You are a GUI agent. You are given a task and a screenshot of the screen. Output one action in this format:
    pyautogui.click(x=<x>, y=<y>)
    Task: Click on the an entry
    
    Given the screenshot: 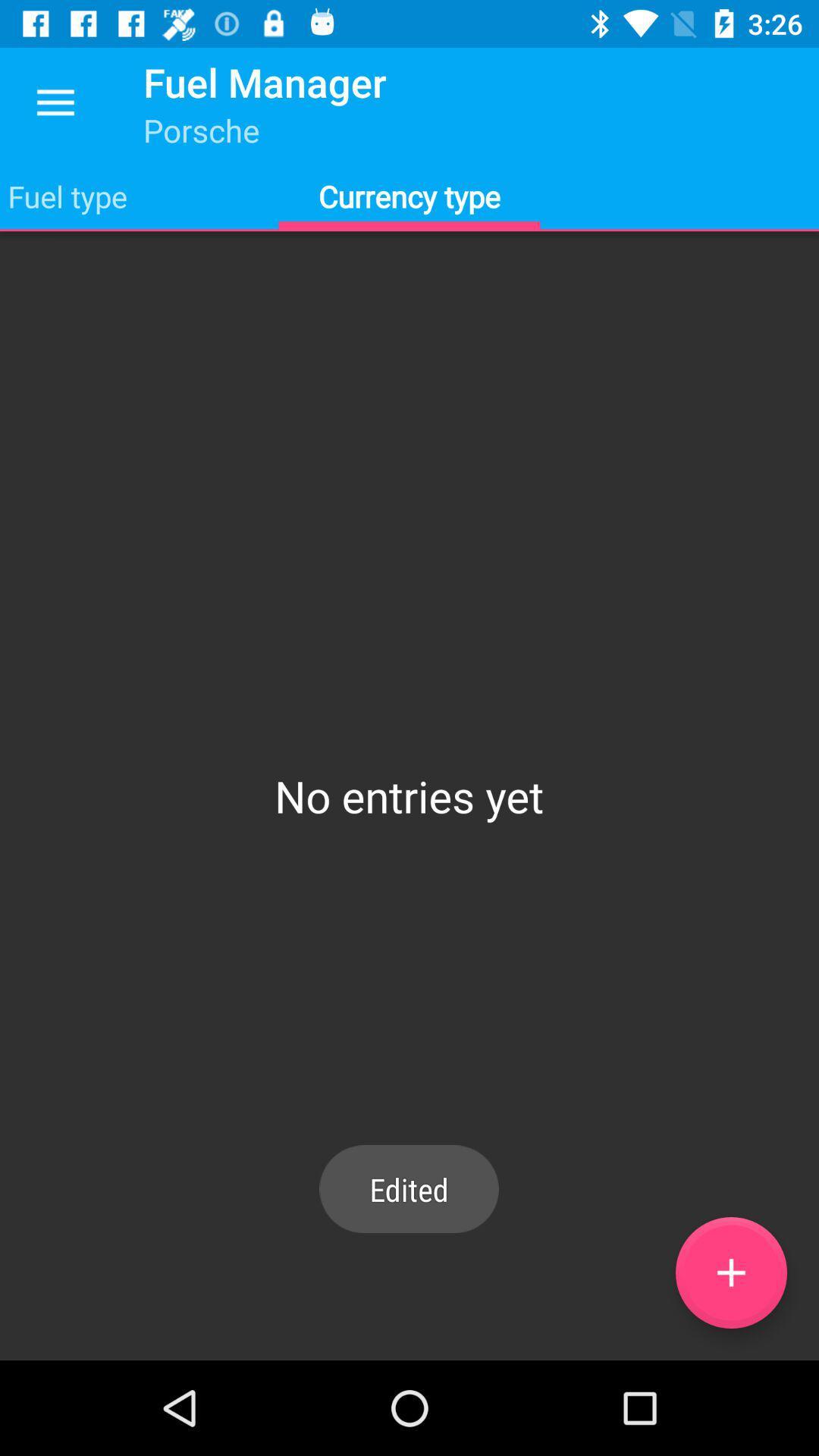 What is the action you would take?
    pyautogui.click(x=730, y=1272)
    